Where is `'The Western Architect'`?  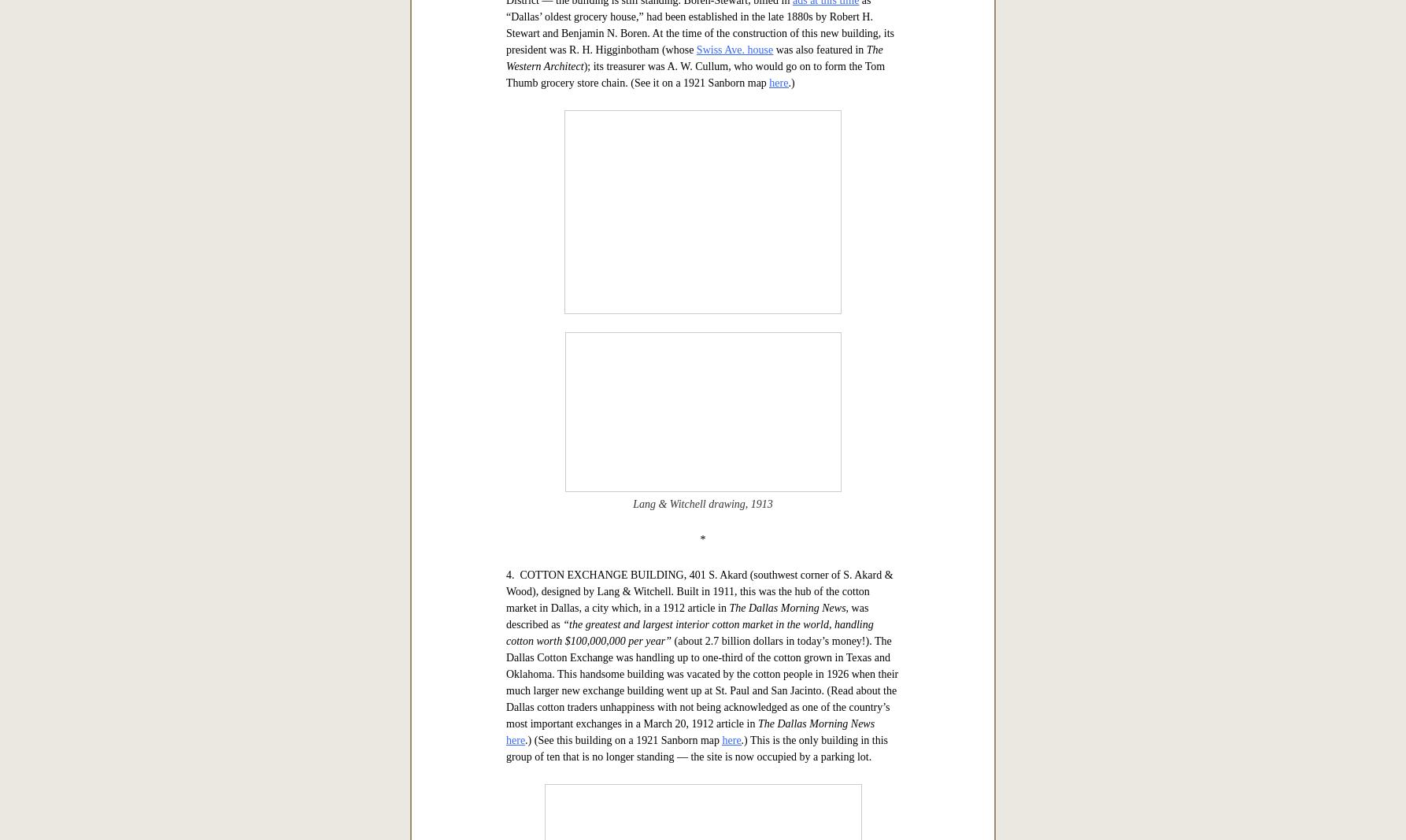 'The Western Architect' is located at coordinates (693, 552).